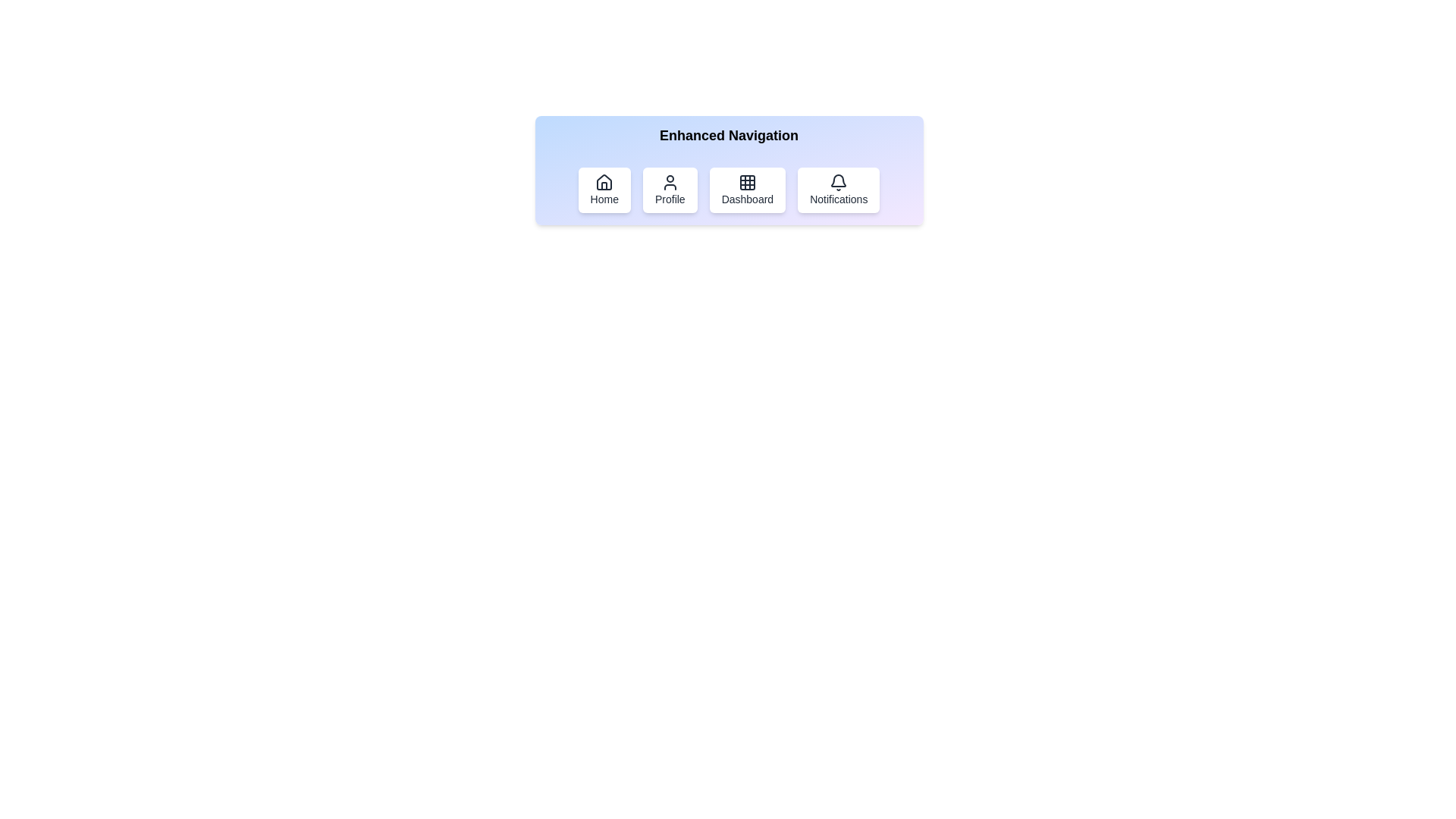 Image resolution: width=1456 pixels, height=819 pixels. Describe the element at coordinates (747, 189) in the screenshot. I see `the 'Dashboard' button, which is the third button in the 'Enhanced Navigation' section` at that location.